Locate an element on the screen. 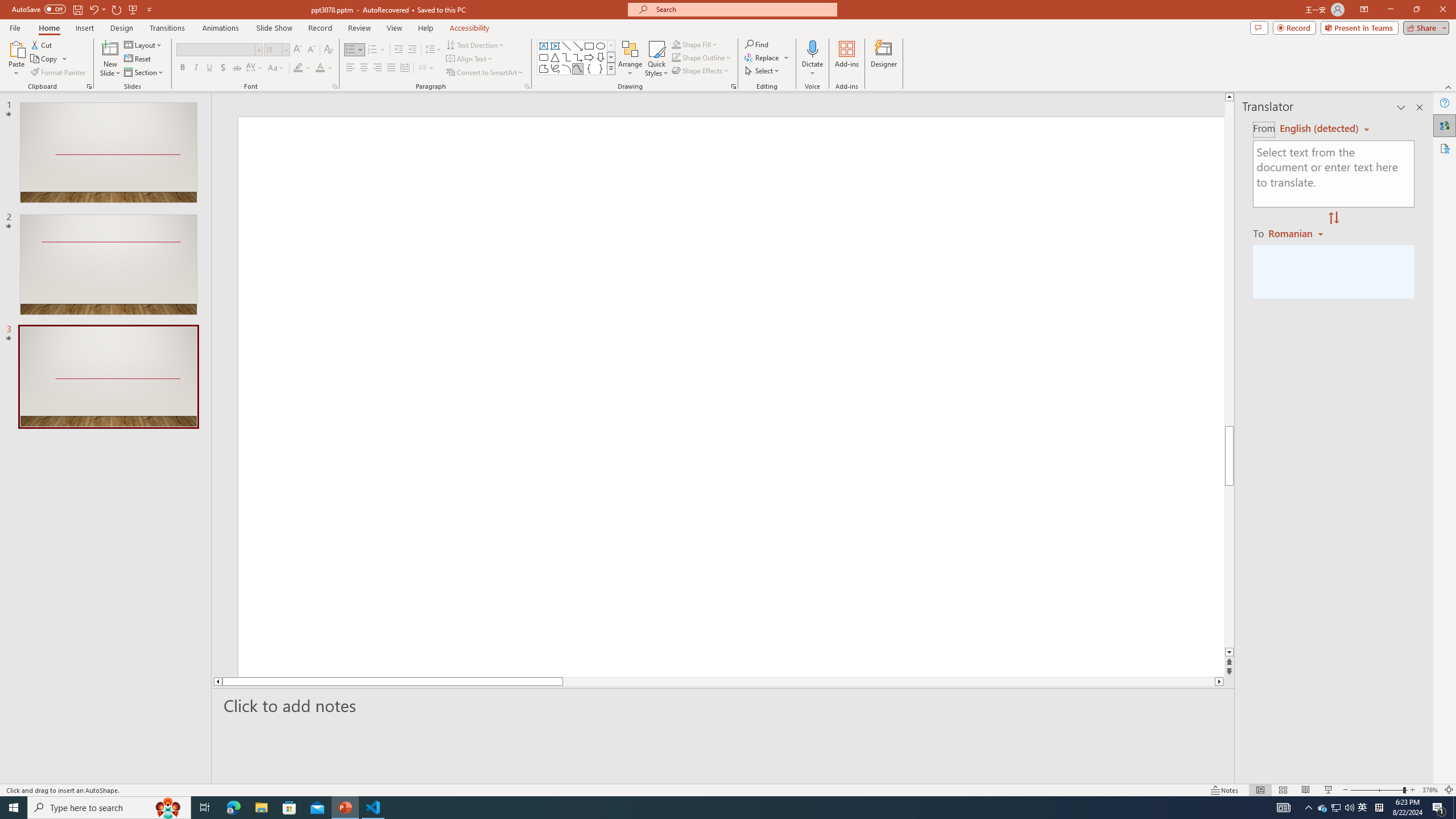 This screenshot has width=1456, height=819. 'Arrange' is located at coordinates (630, 59).